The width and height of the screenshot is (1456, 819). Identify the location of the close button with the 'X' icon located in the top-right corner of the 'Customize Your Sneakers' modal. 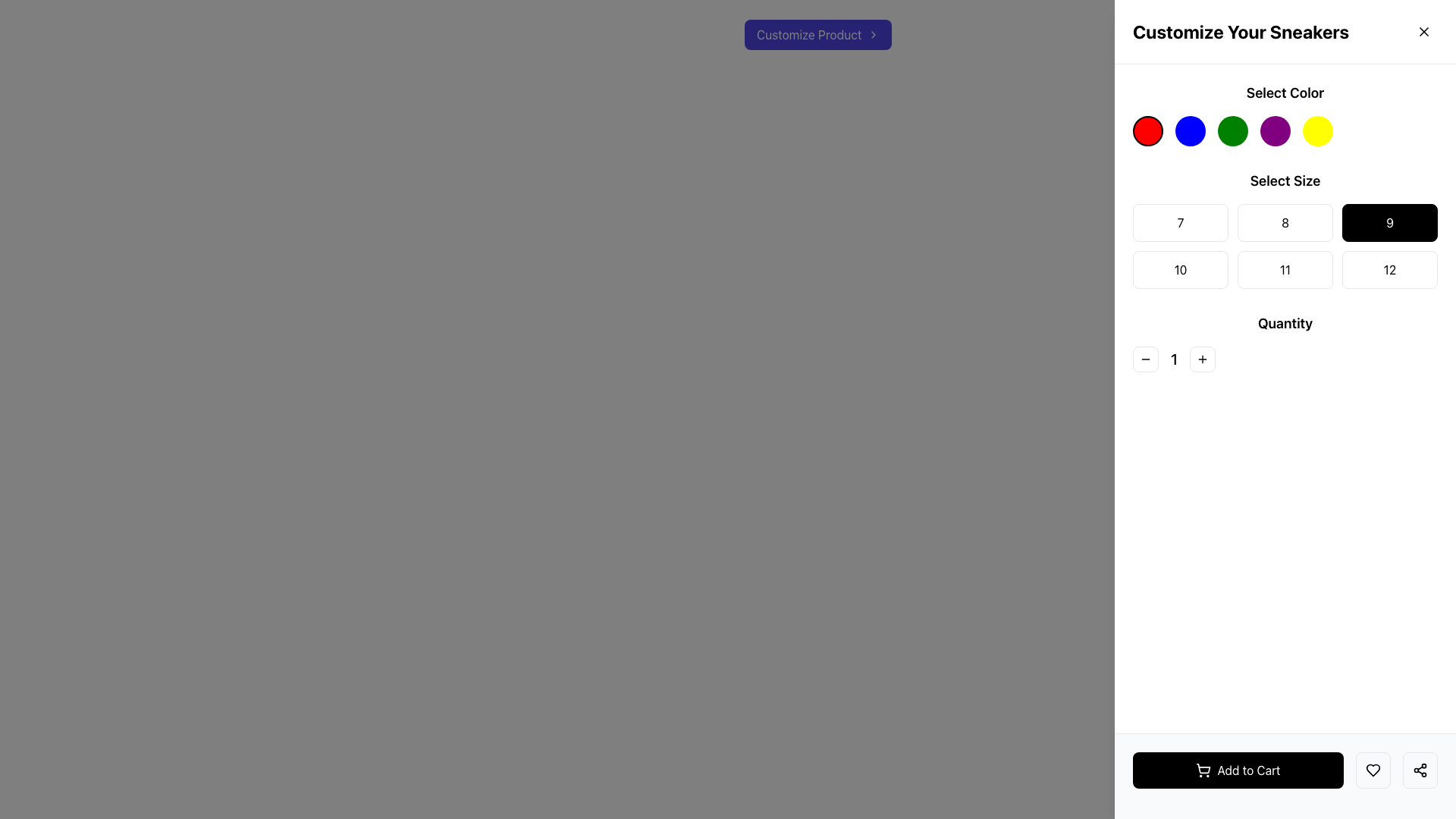
(1423, 32).